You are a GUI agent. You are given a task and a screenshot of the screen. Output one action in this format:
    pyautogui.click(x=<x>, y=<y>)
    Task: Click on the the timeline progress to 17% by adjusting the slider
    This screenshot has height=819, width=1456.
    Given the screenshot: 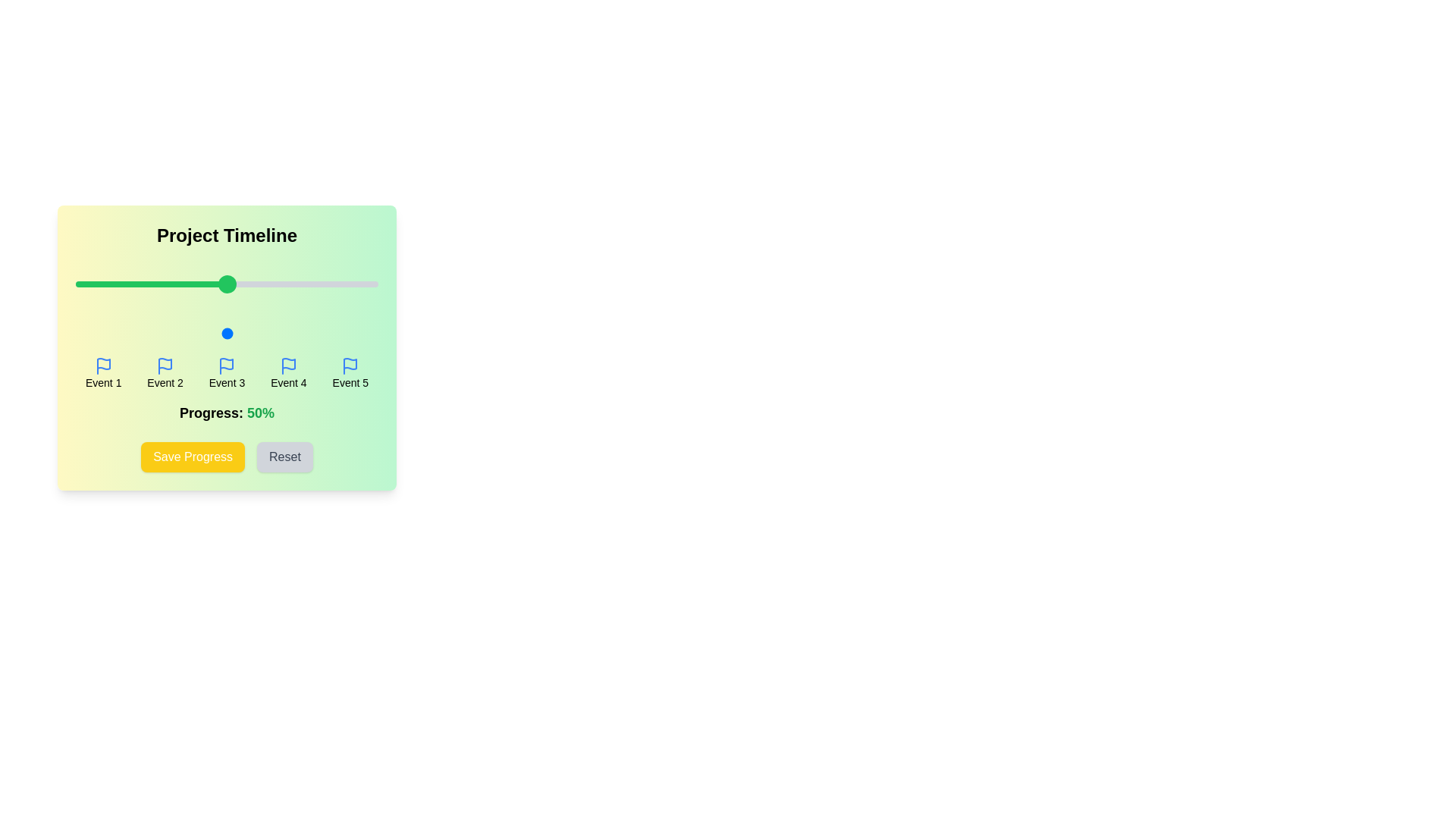 What is the action you would take?
    pyautogui.click(x=127, y=332)
    